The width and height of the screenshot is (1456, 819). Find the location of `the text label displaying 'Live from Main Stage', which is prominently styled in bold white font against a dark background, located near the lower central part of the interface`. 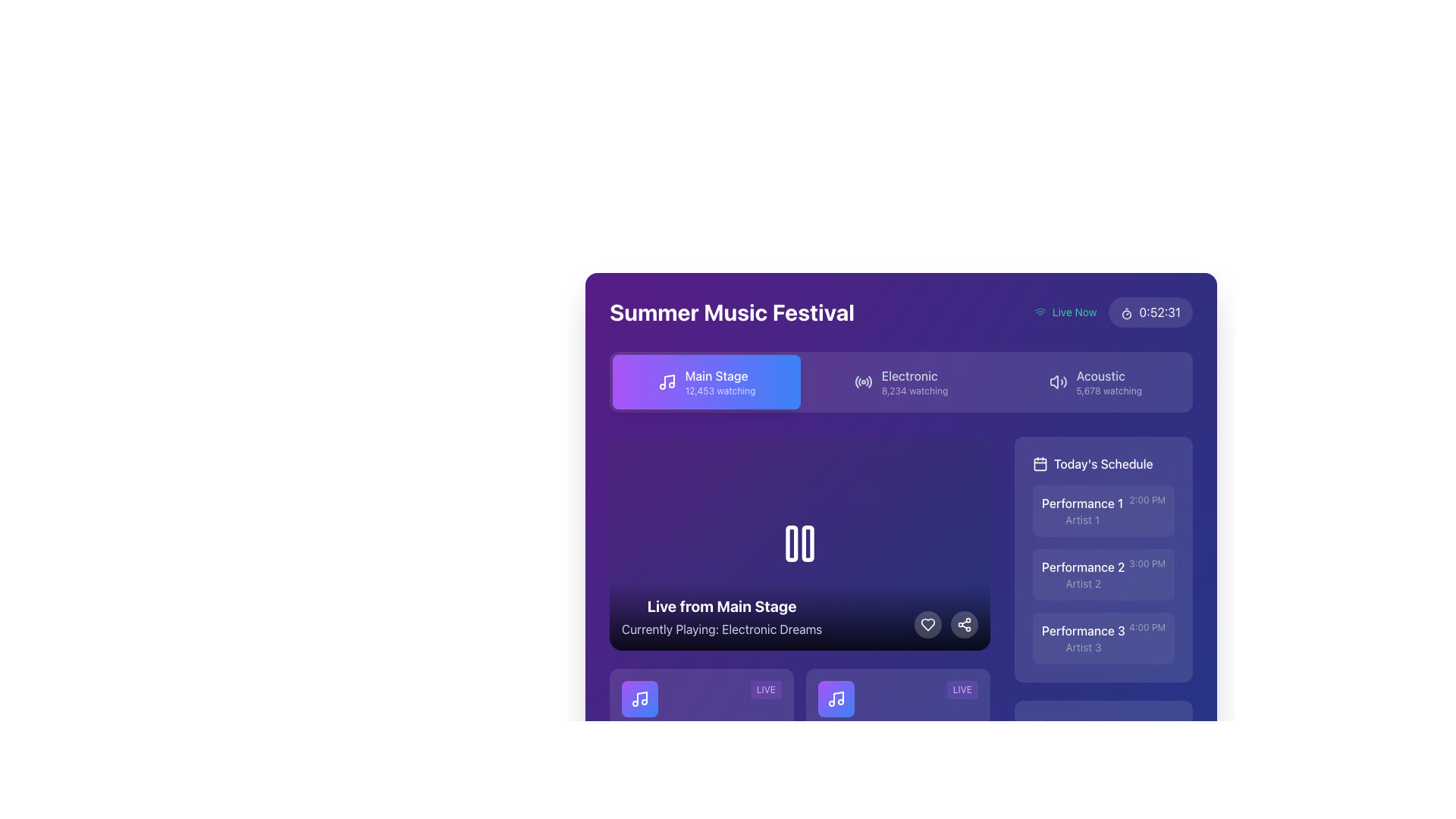

the text label displaying 'Live from Main Stage', which is prominently styled in bold white font against a dark background, located near the lower central part of the interface is located at coordinates (721, 606).